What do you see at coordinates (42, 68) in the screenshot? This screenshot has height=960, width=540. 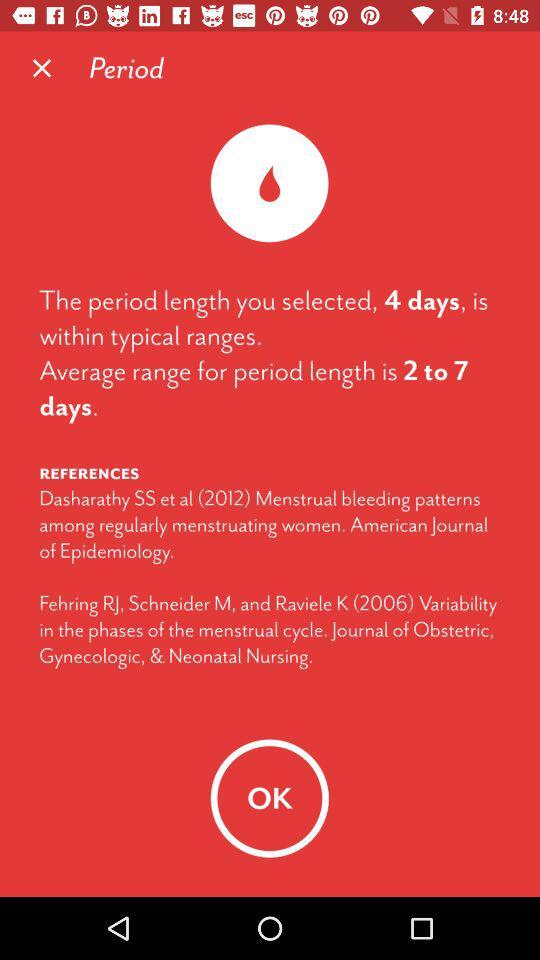 I see `widget` at bounding box center [42, 68].